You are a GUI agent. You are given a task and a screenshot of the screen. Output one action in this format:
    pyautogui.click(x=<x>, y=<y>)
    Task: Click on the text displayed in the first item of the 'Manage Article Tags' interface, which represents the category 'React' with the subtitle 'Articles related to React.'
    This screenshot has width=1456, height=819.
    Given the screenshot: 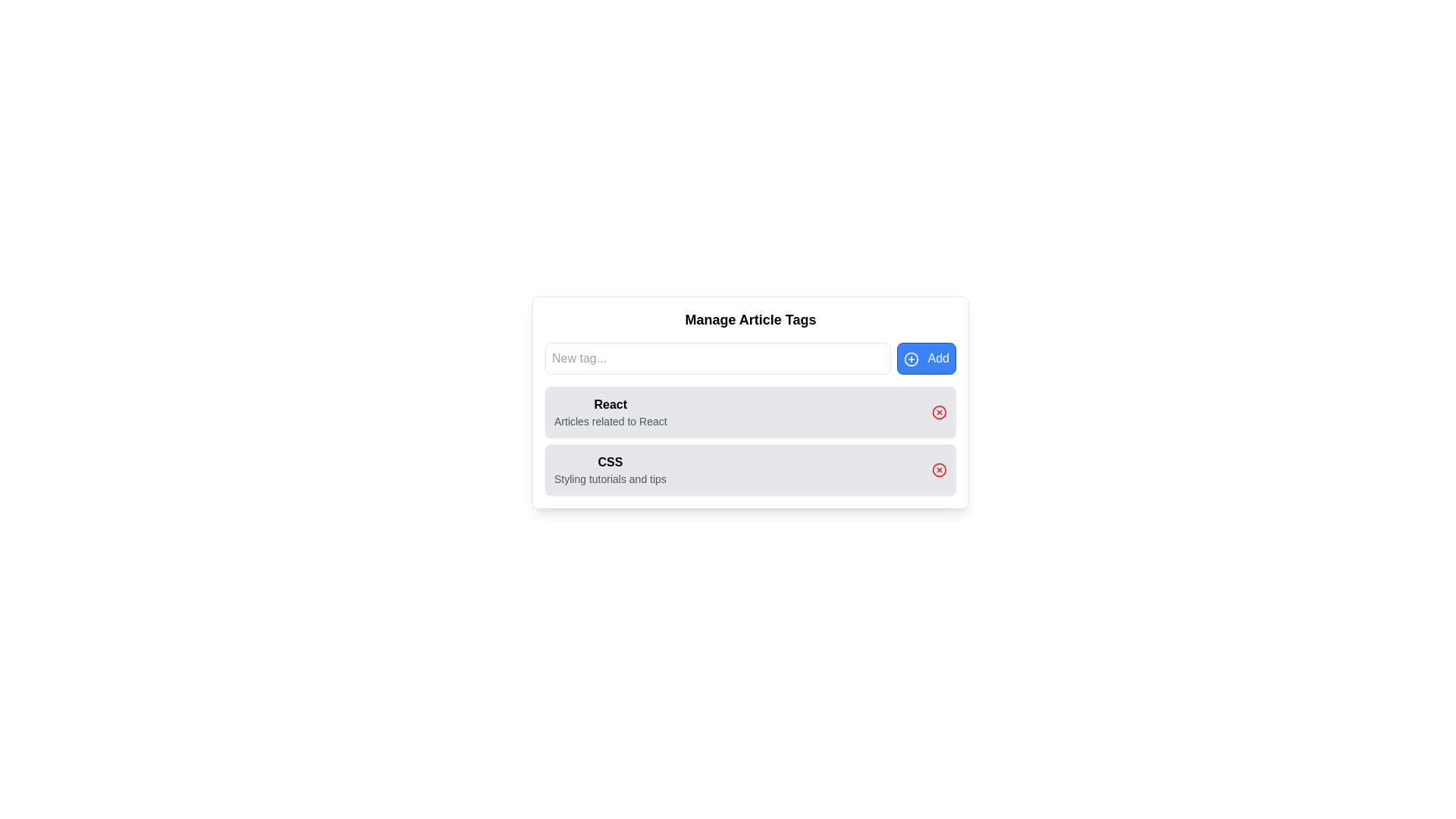 What is the action you would take?
    pyautogui.click(x=610, y=412)
    